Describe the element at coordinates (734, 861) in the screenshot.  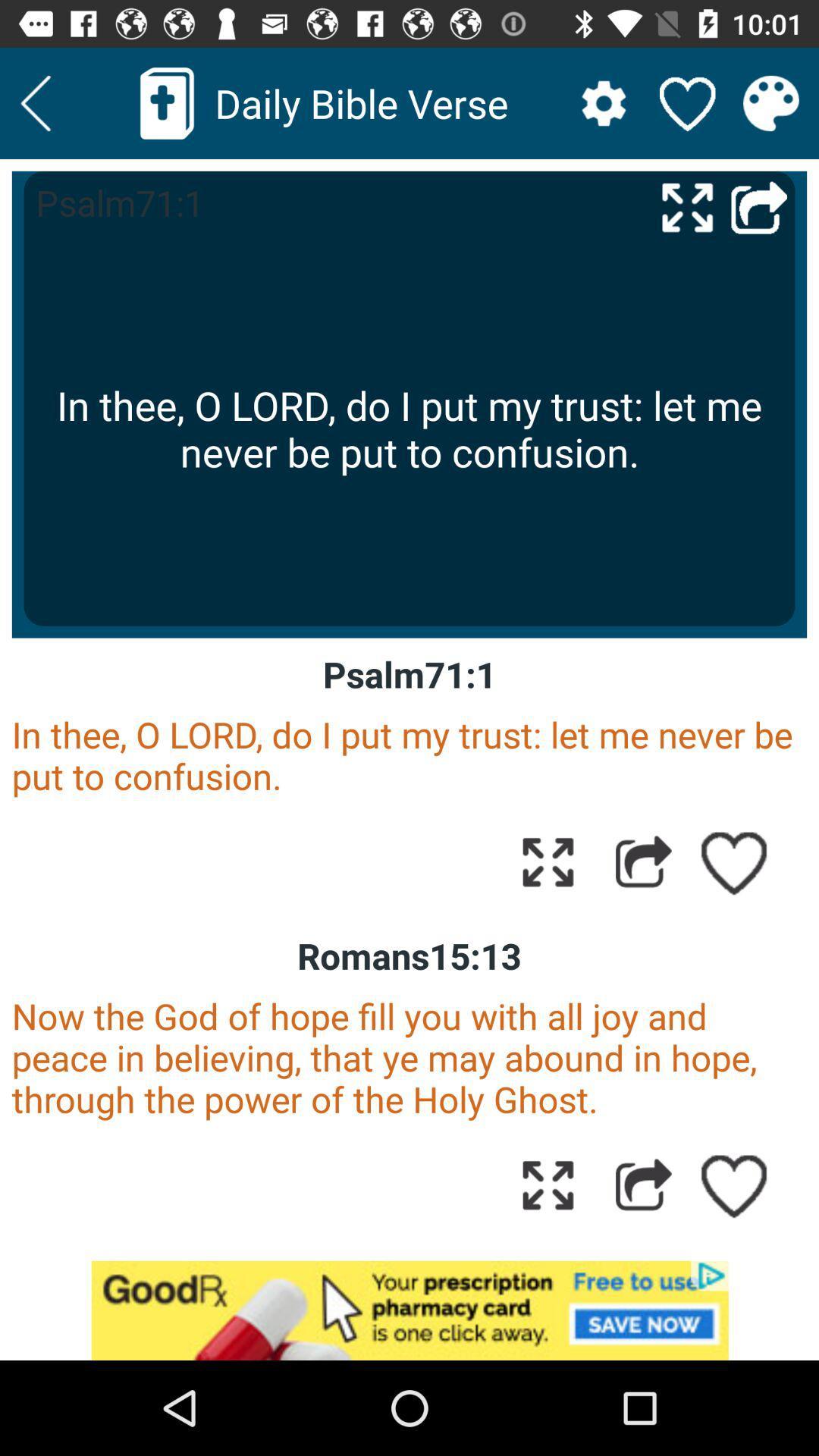
I see `like page` at that location.